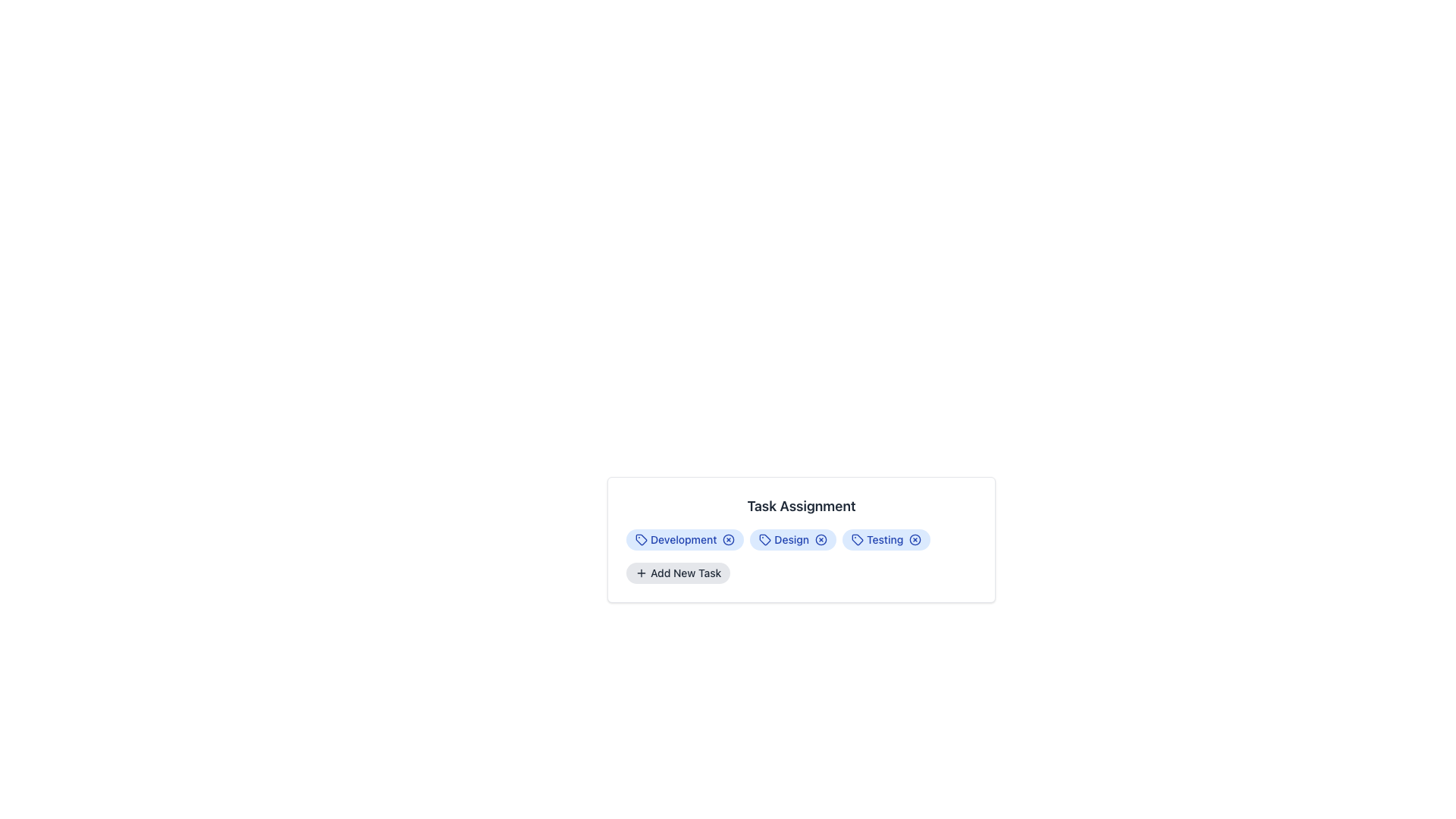 This screenshot has width=1456, height=819. Describe the element at coordinates (858, 539) in the screenshot. I see `the tag icon within the 'Testing' chip component located in the 'Task Assignment' section, which is the first graphical element preceding the text 'Testing'` at that location.